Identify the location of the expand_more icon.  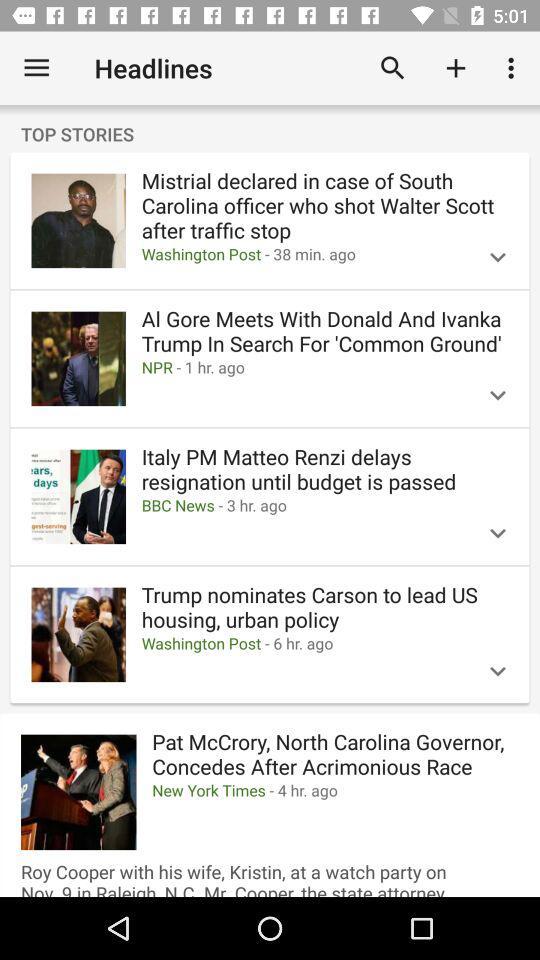
(496, 256).